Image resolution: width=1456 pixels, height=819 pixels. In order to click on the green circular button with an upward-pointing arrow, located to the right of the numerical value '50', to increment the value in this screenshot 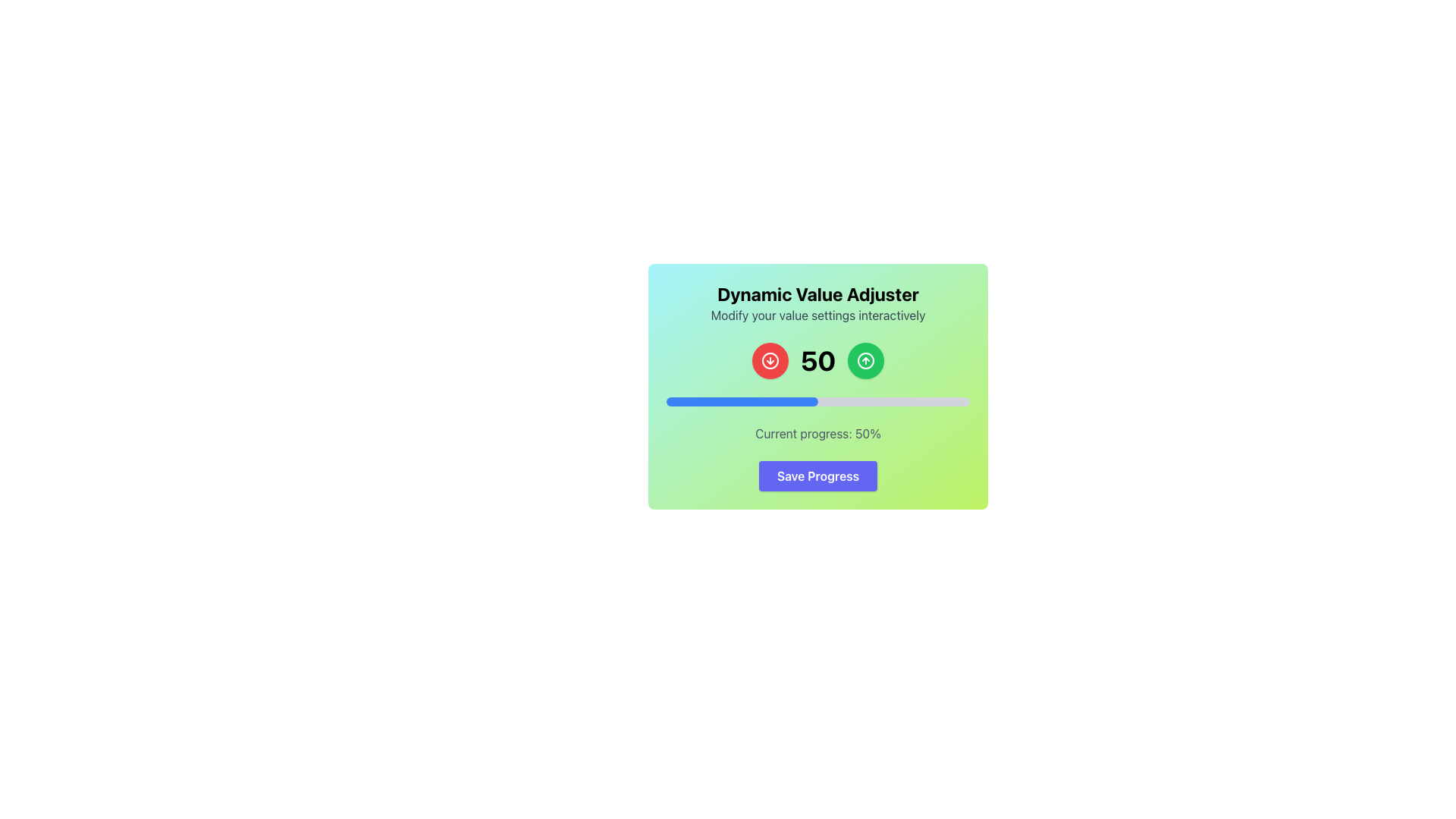, I will do `click(866, 360)`.